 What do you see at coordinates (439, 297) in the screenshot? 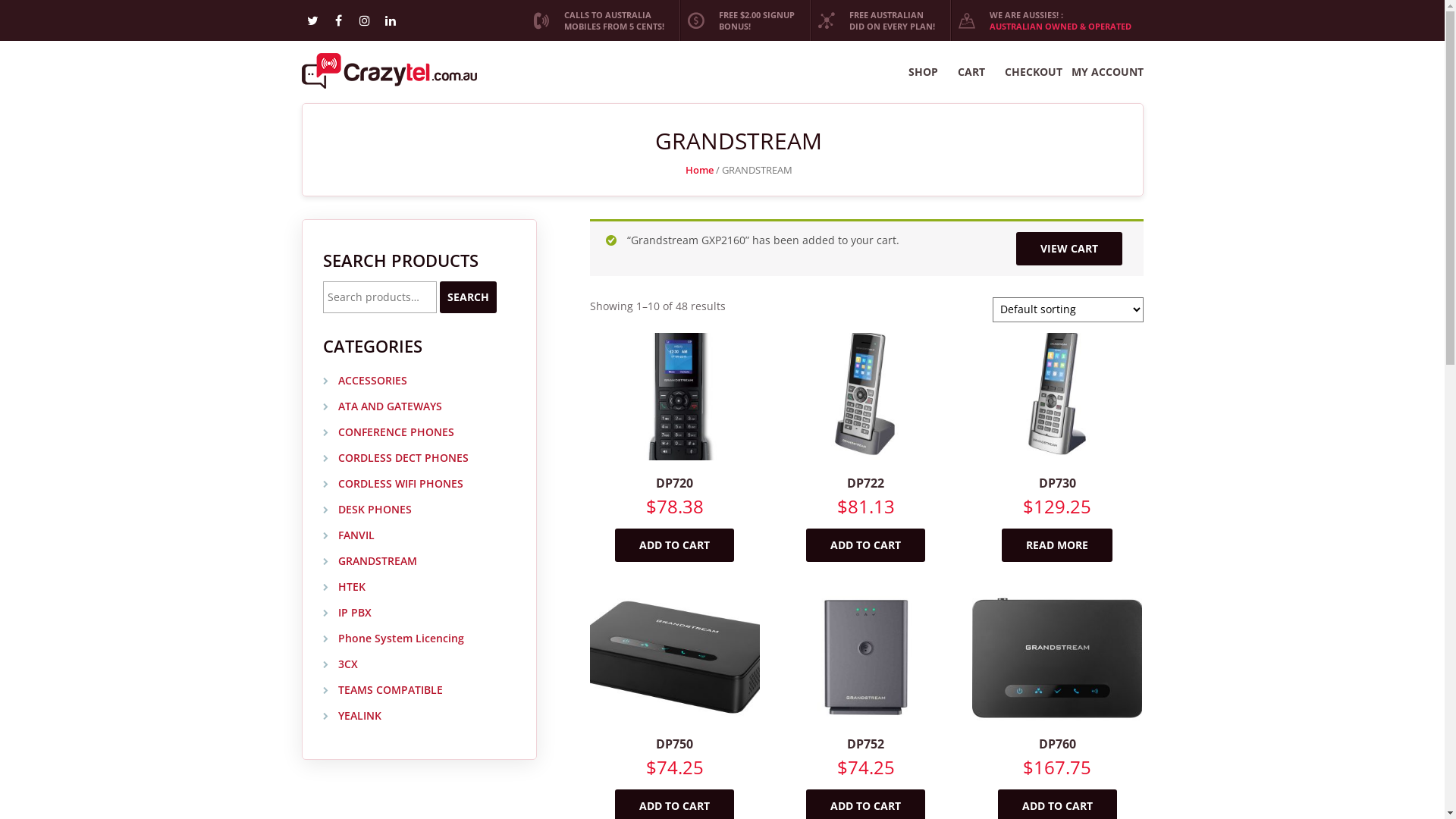
I see `'SEARCH'` at bounding box center [439, 297].